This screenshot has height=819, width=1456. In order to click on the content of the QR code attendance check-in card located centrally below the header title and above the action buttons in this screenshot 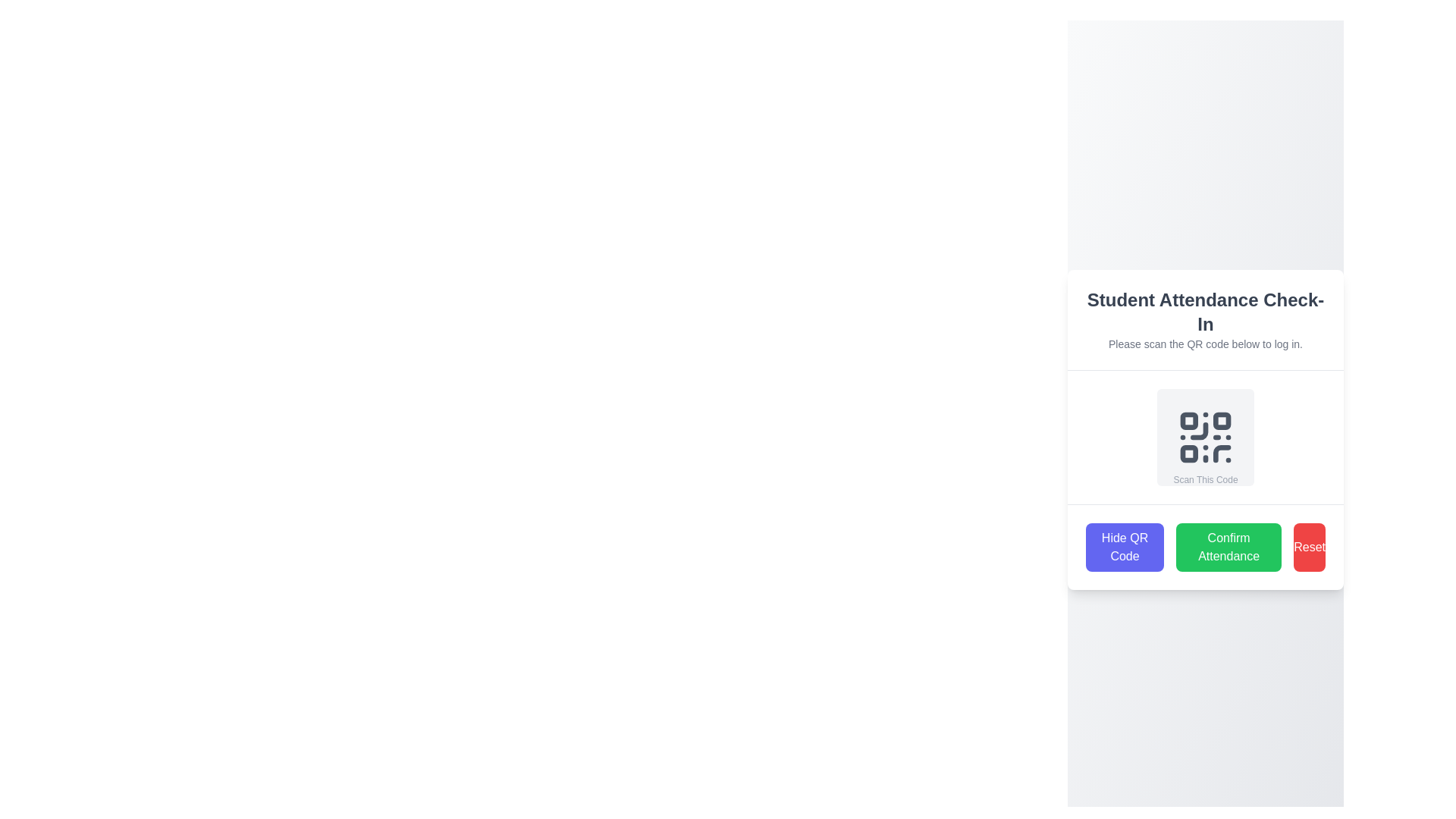, I will do `click(1204, 430)`.